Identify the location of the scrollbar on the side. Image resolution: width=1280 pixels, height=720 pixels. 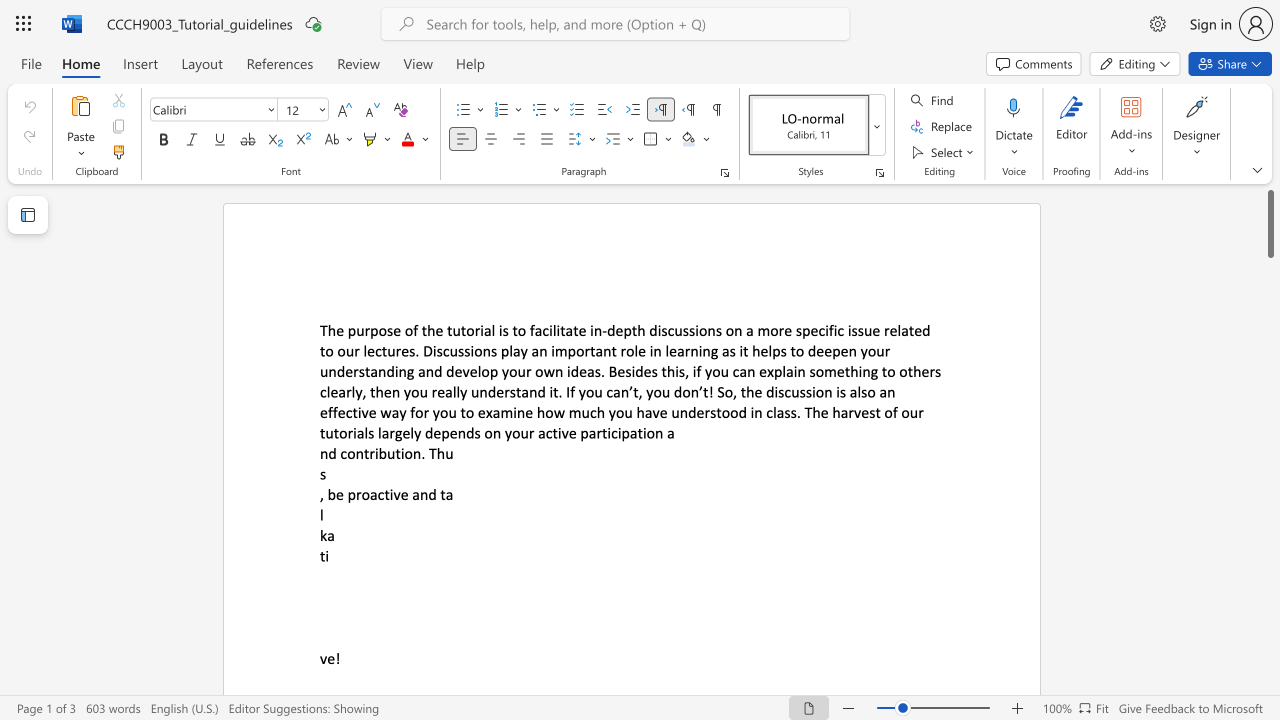
(1269, 438).